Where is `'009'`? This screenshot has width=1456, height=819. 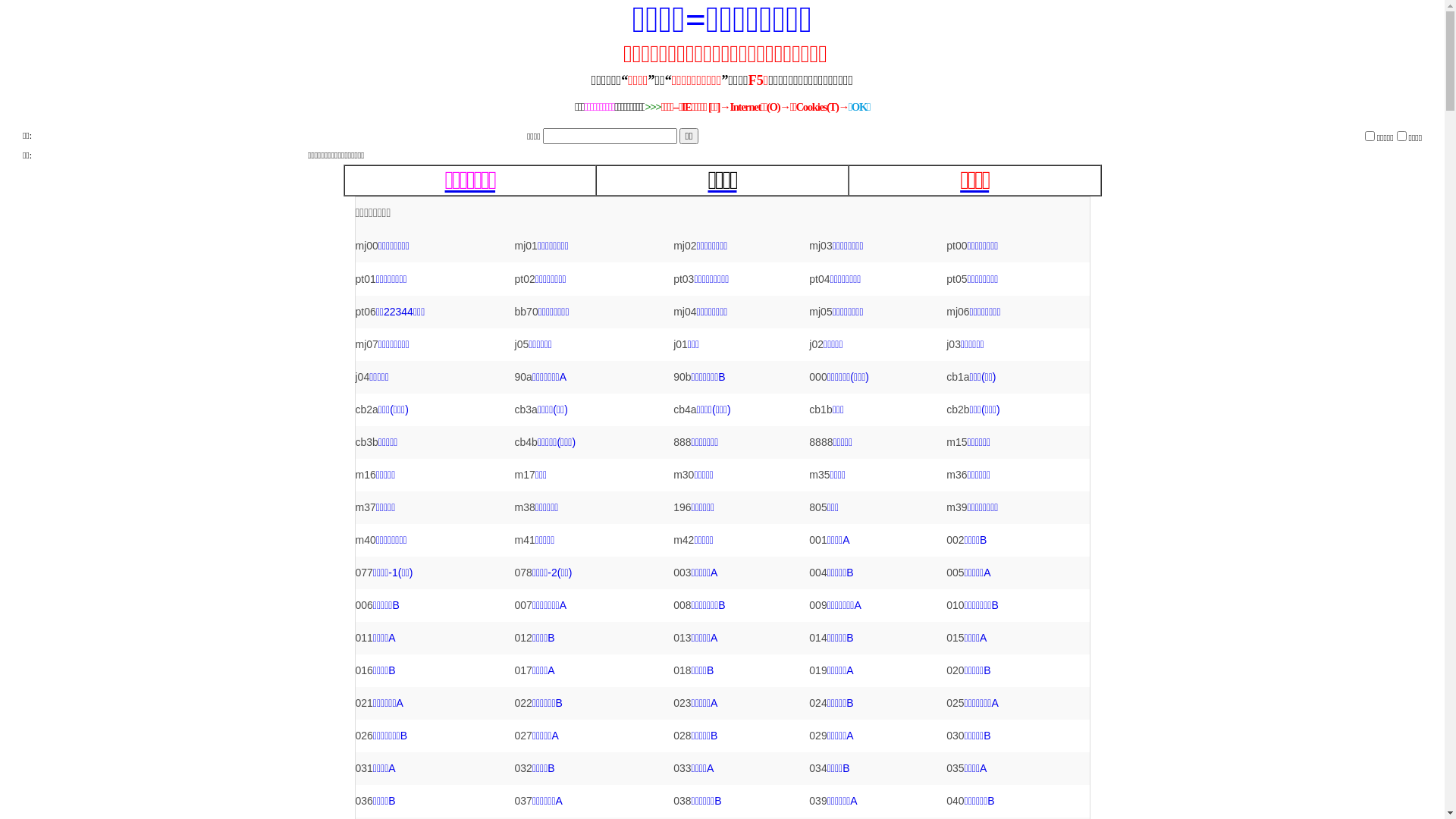 '009' is located at coordinates (808, 604).